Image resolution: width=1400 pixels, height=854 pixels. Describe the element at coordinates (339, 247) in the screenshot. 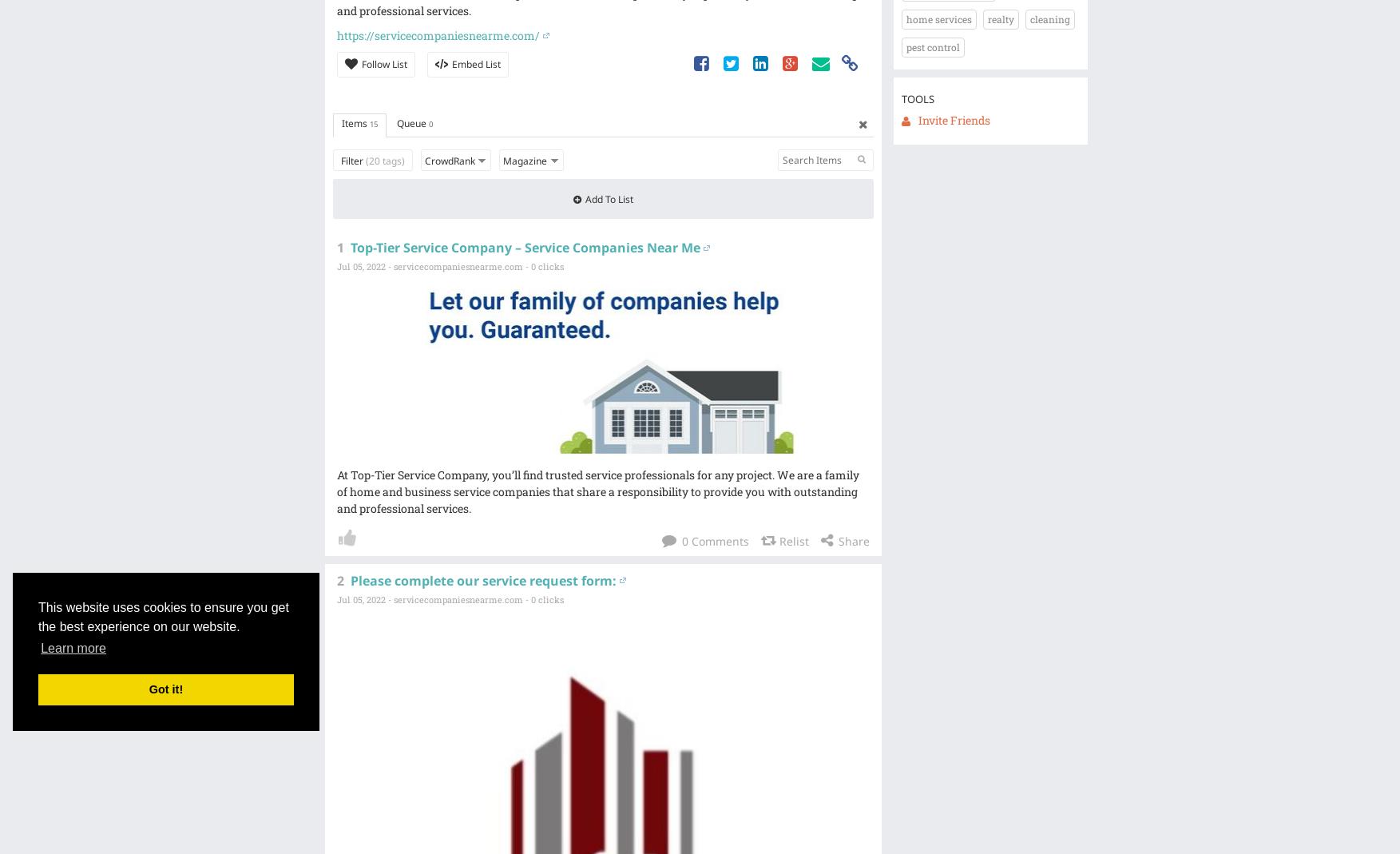

I see `'1'` at that location.